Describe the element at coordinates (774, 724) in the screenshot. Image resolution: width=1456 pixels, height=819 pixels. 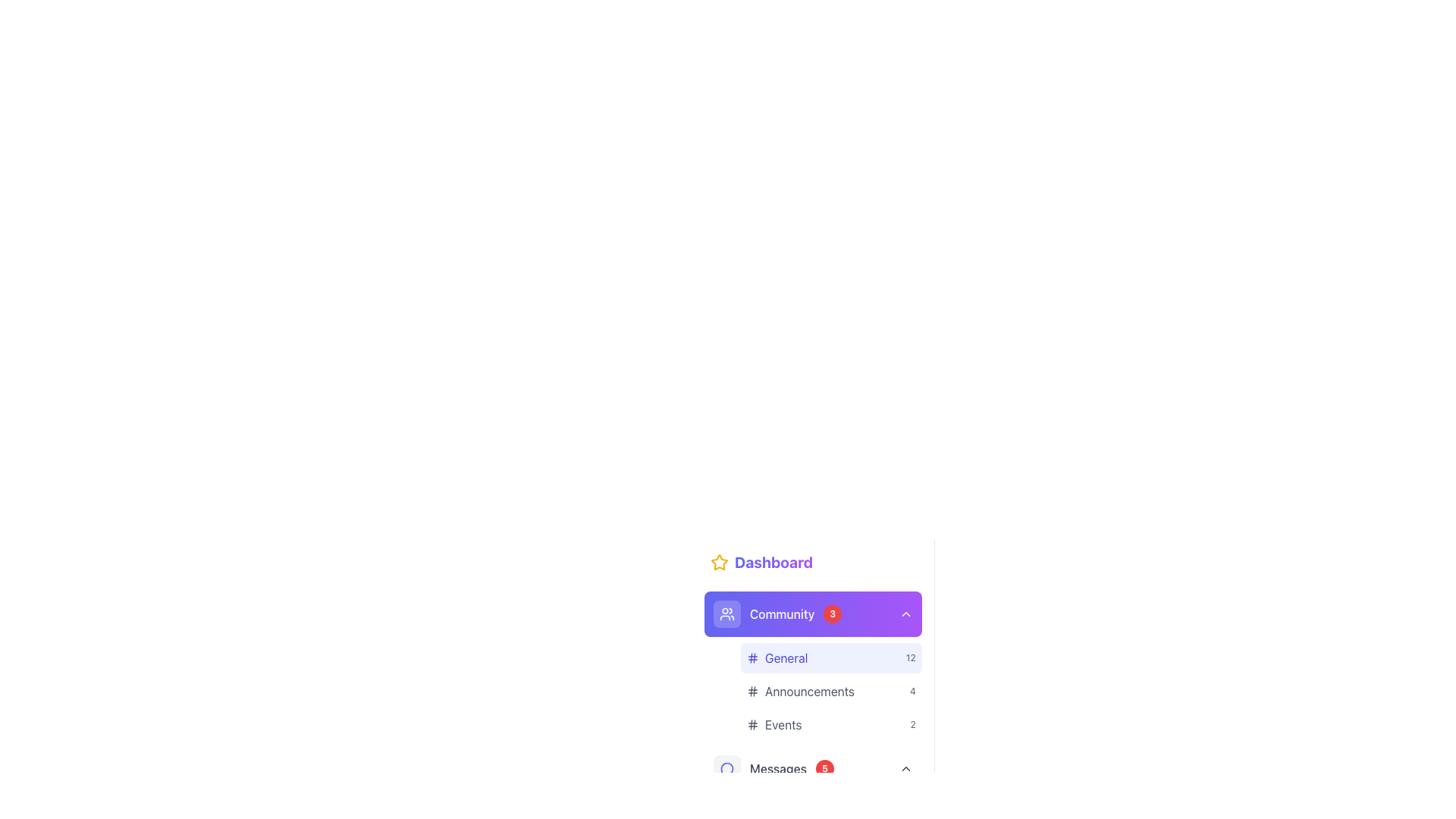
I see `the 'Events' text label with an accompanying icon` at that location.